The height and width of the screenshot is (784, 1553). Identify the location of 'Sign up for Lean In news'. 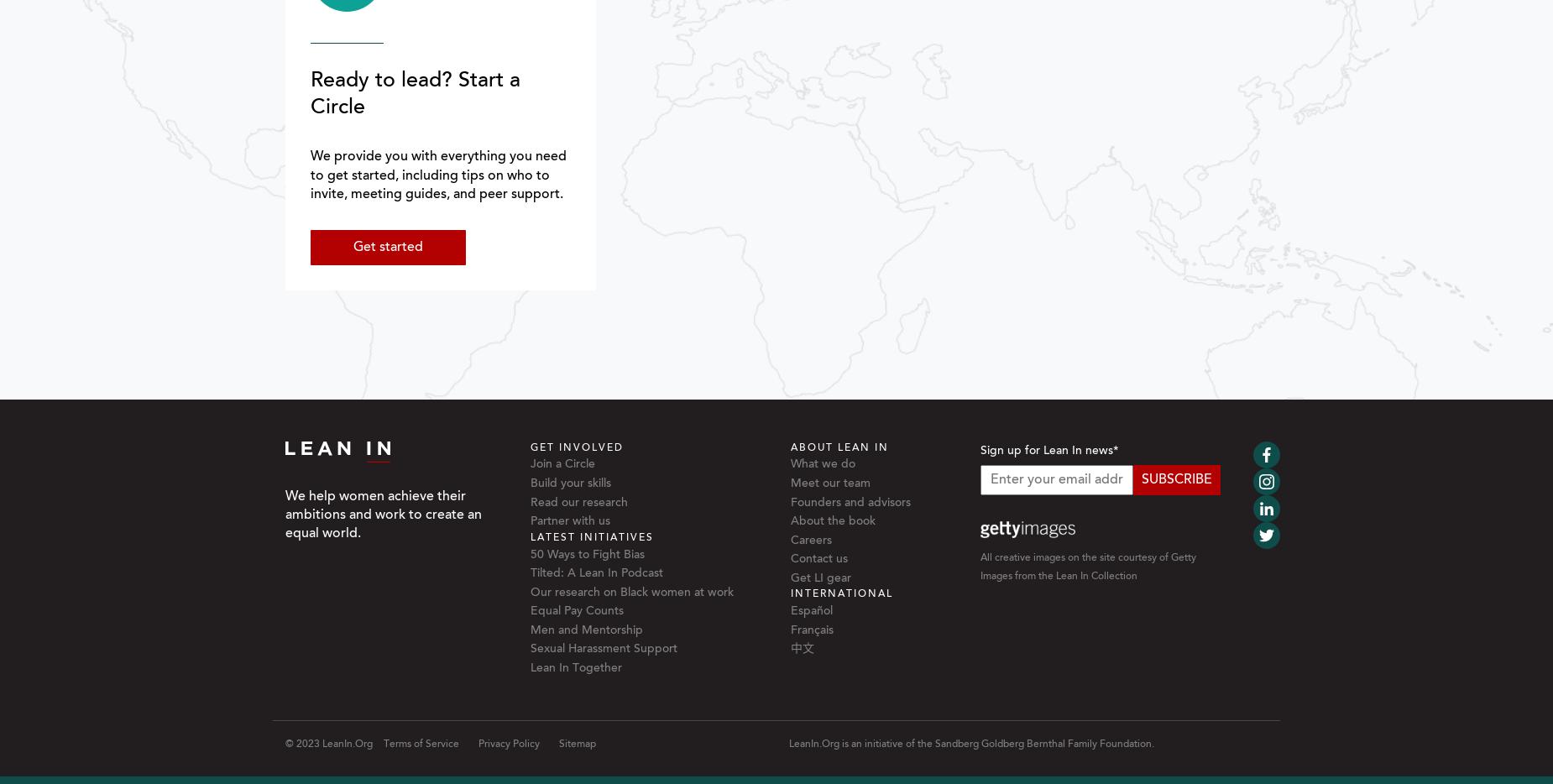
(1046, 450).